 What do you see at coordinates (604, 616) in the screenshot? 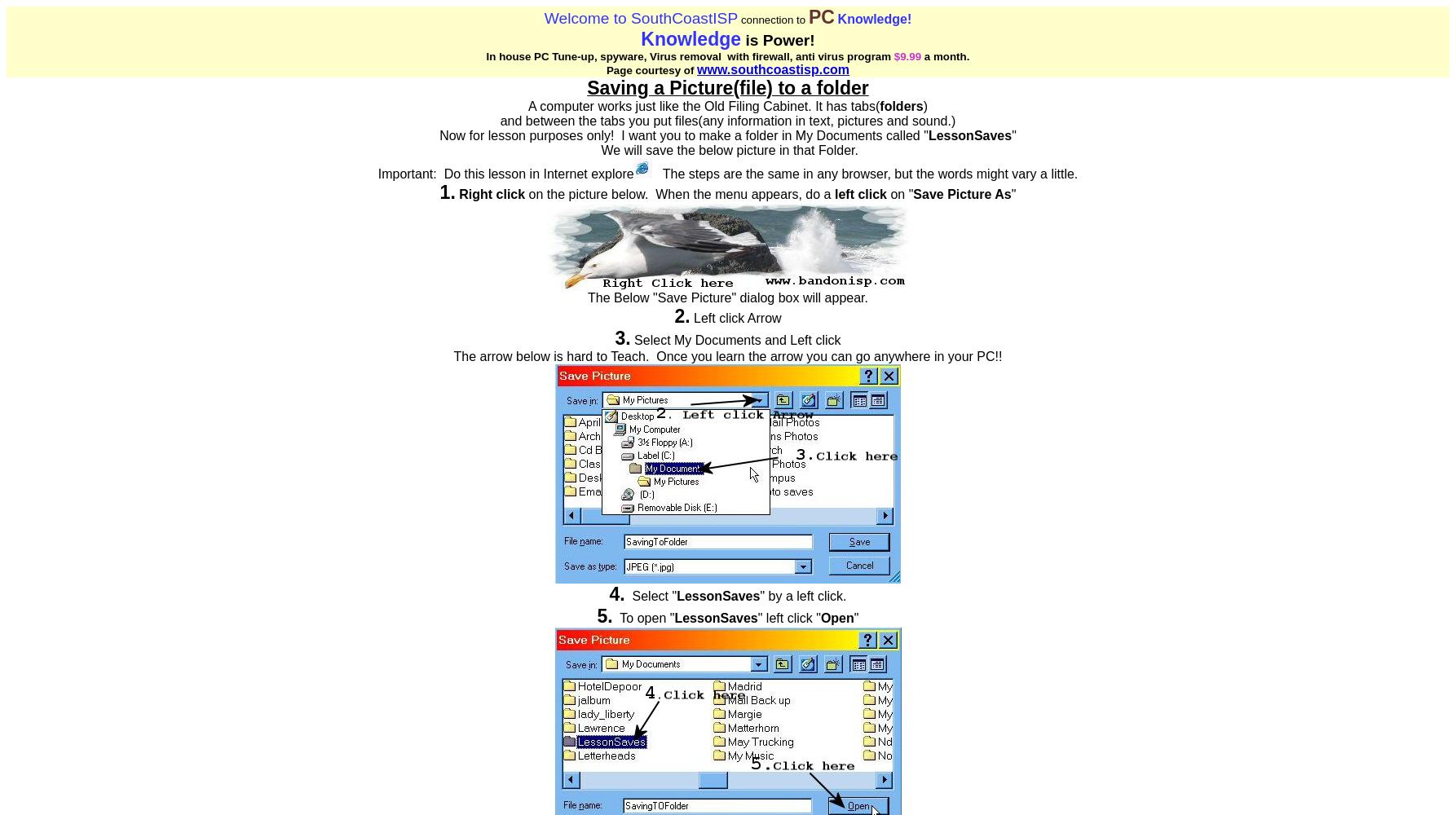
I see `'5.'` at bounding box center [604, 616].